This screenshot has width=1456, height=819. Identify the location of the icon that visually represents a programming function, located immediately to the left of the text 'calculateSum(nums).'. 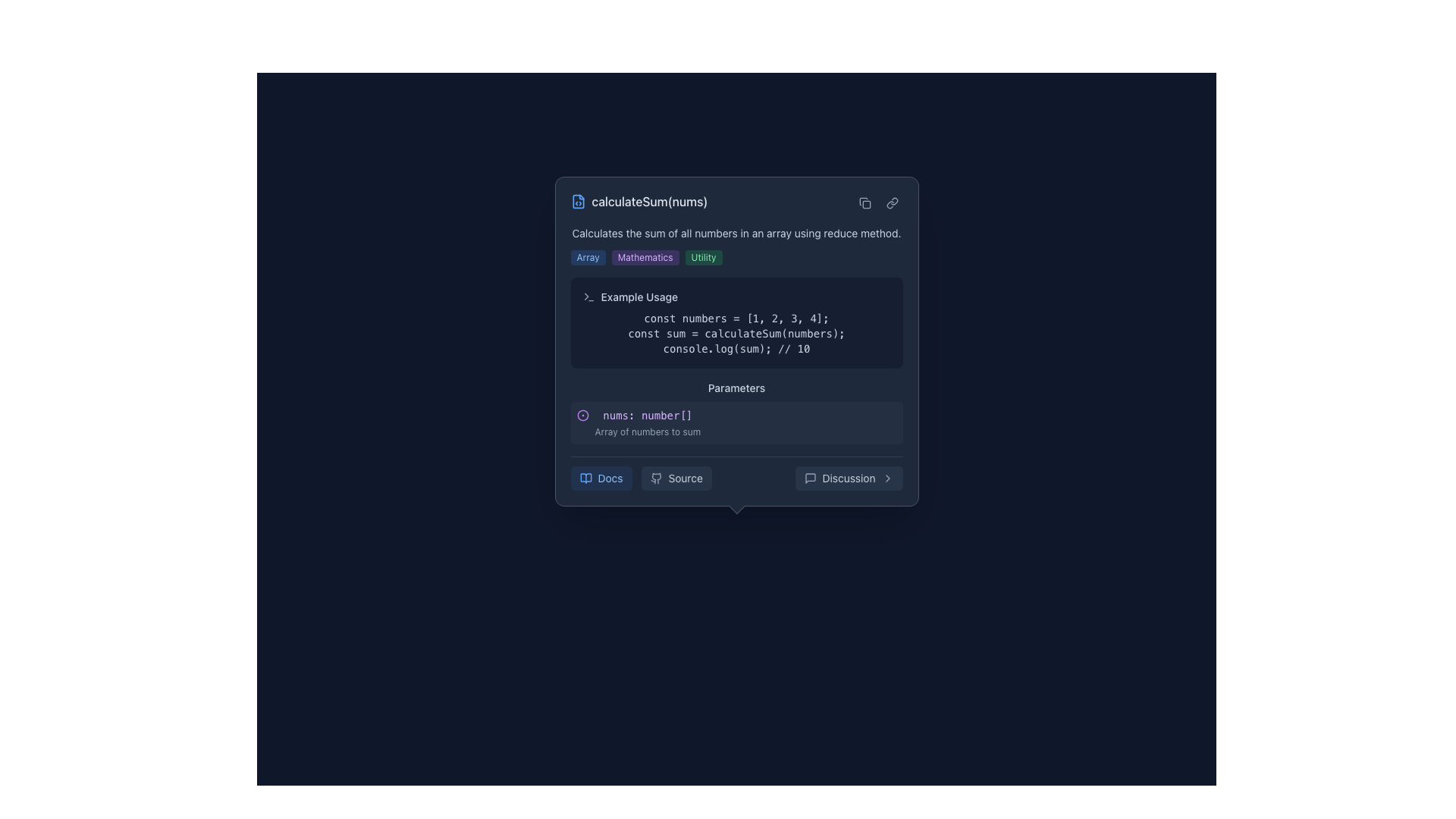
(577, 201).